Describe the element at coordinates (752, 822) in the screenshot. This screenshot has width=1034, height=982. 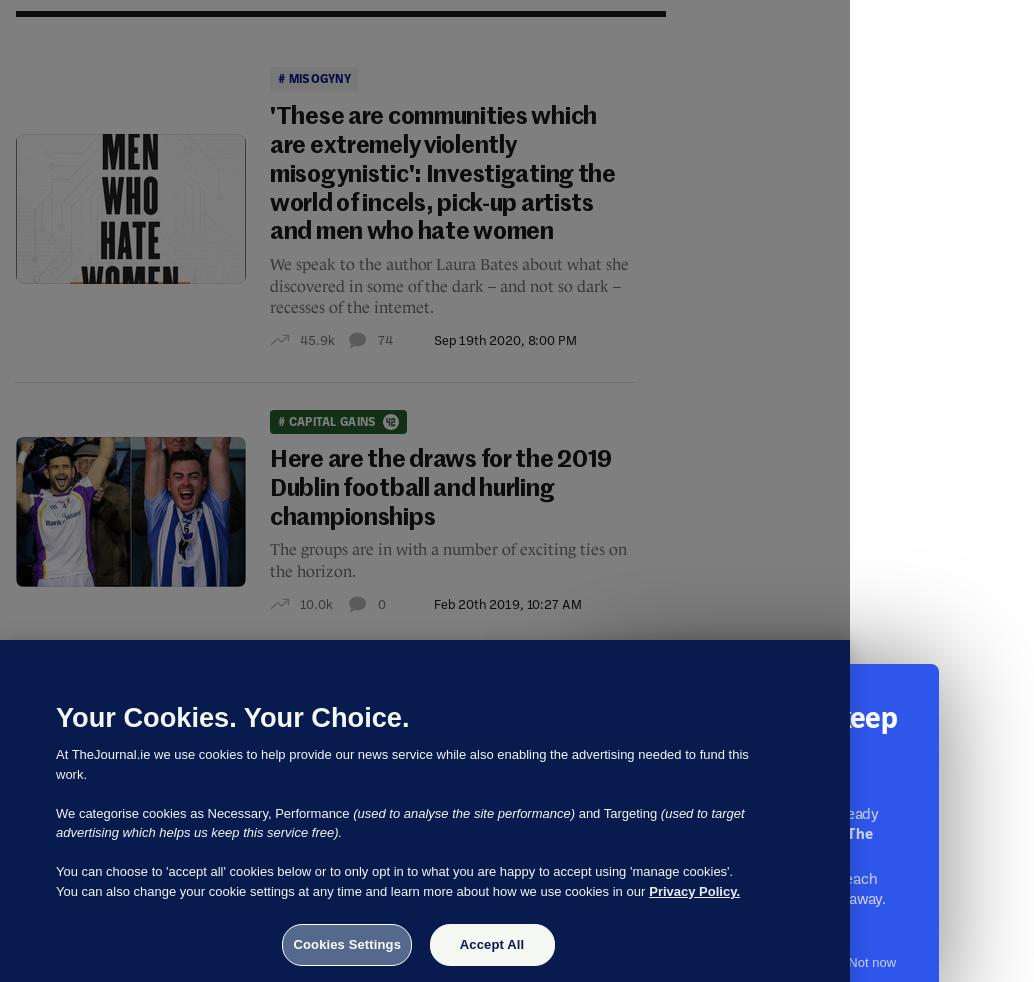
I see `'More than 5,000 readers have already pitched in to keep'` at that location.